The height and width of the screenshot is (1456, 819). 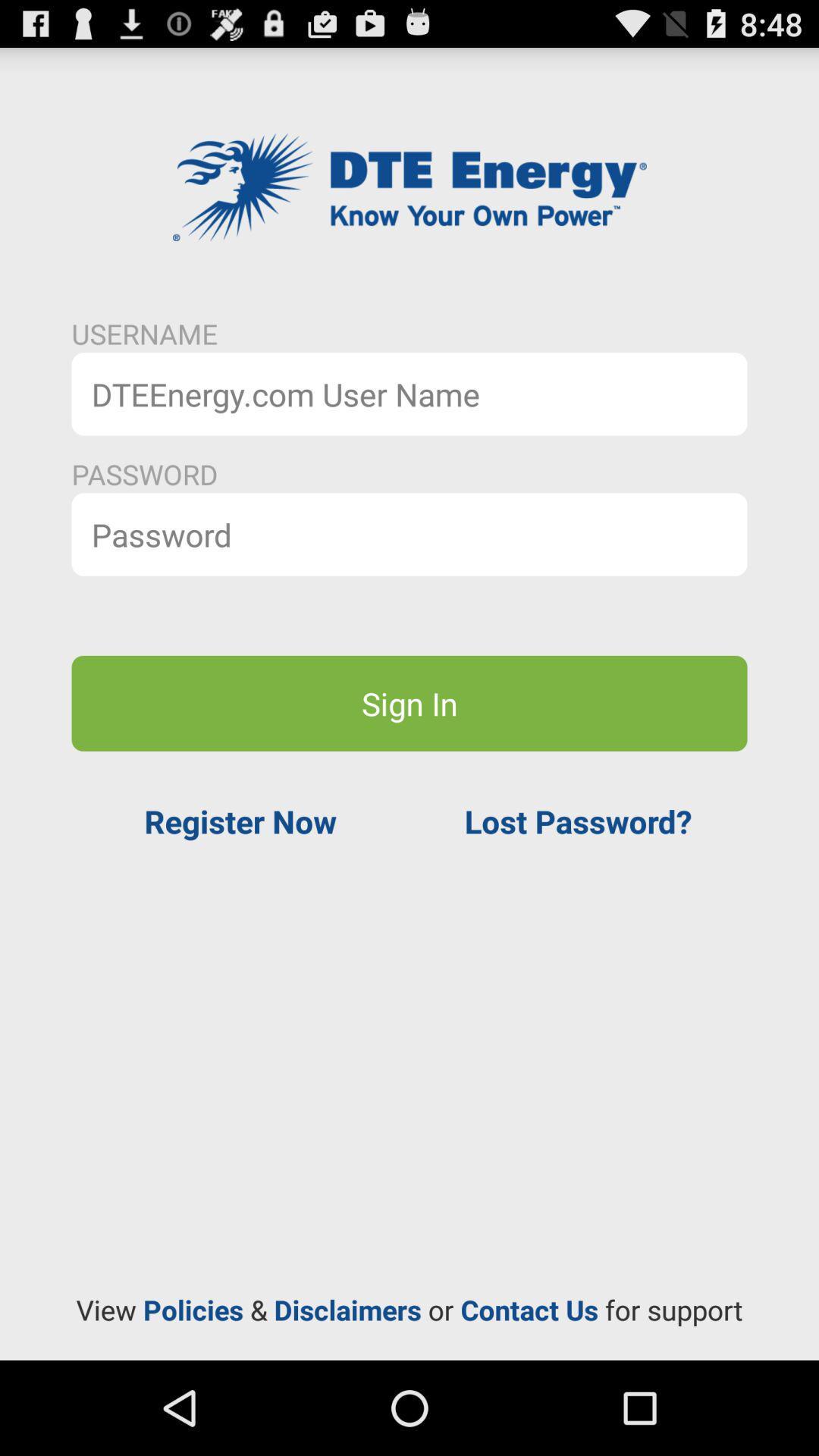 I want to click on the app above the register now item, so click(x=409, y=702).